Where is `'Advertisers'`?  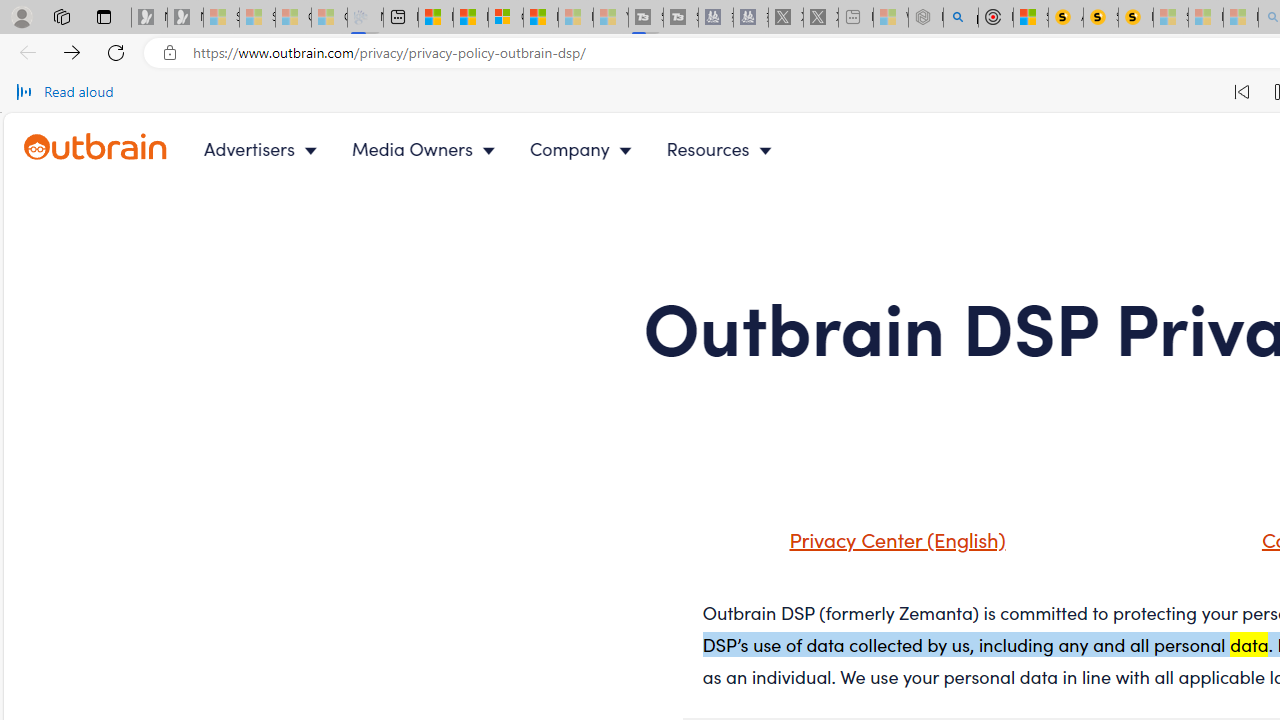 'Advertisers' is located at coordinates (263, 148).